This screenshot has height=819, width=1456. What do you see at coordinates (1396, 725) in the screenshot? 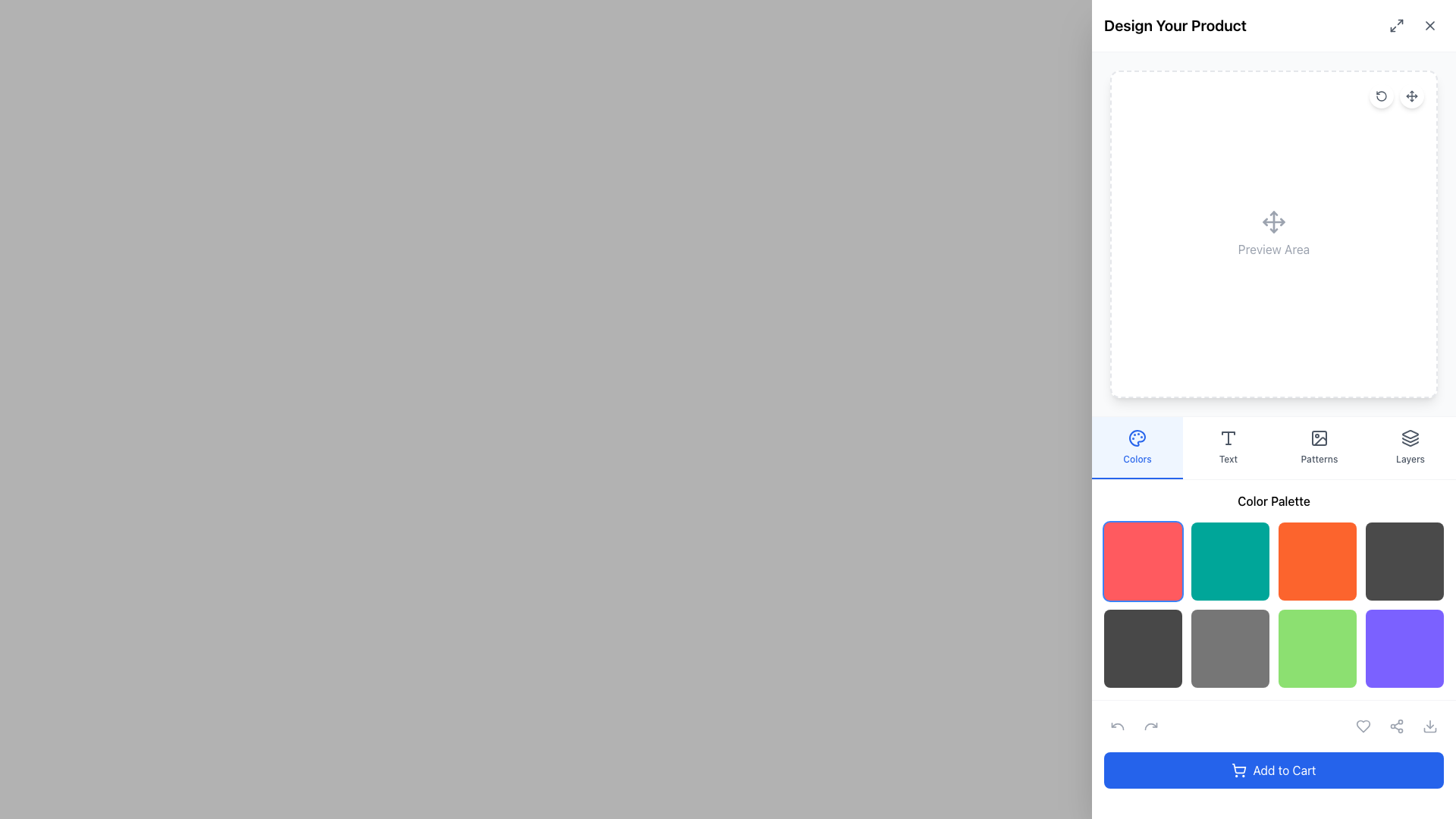
I see `the sharing icon, which is the second icon in the horizontal cluster at the bottom bar of the interface` at bounding box center [1396, 725].